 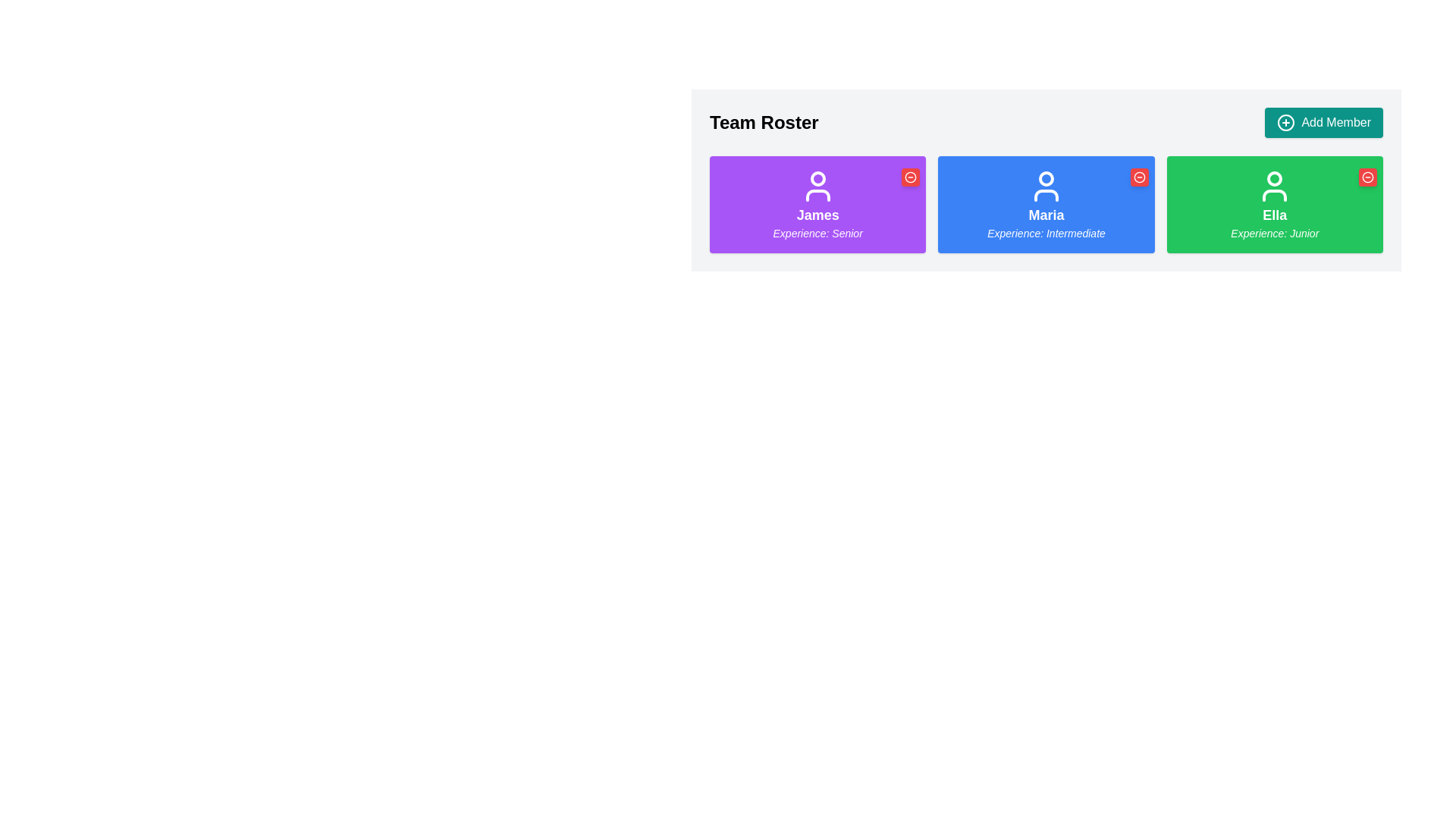 What do you see at coordinates (1045, 205) in the screenshot?
I see `the Profile card for the individual named Maria, which is the second card in a row of three, positioned between the purple card labeled 'James' and the green card labeled 'Ella'` at bounding box center [1045, 205].